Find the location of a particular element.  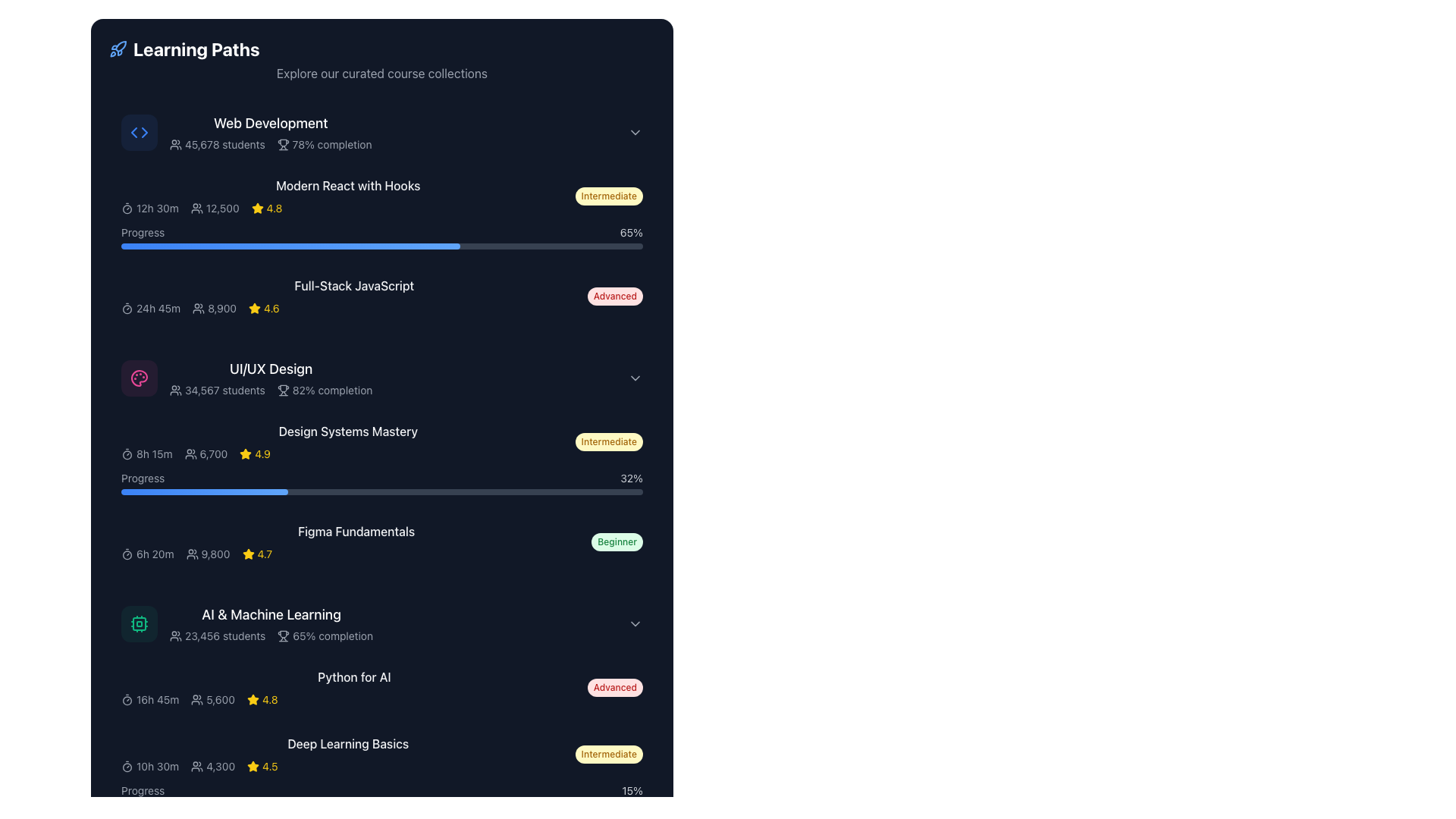

the rating score displayed to the right of the star icon for the 'Python for AI' course in the 'AI & Machine Learning' section is located at coordinates (270, 699).